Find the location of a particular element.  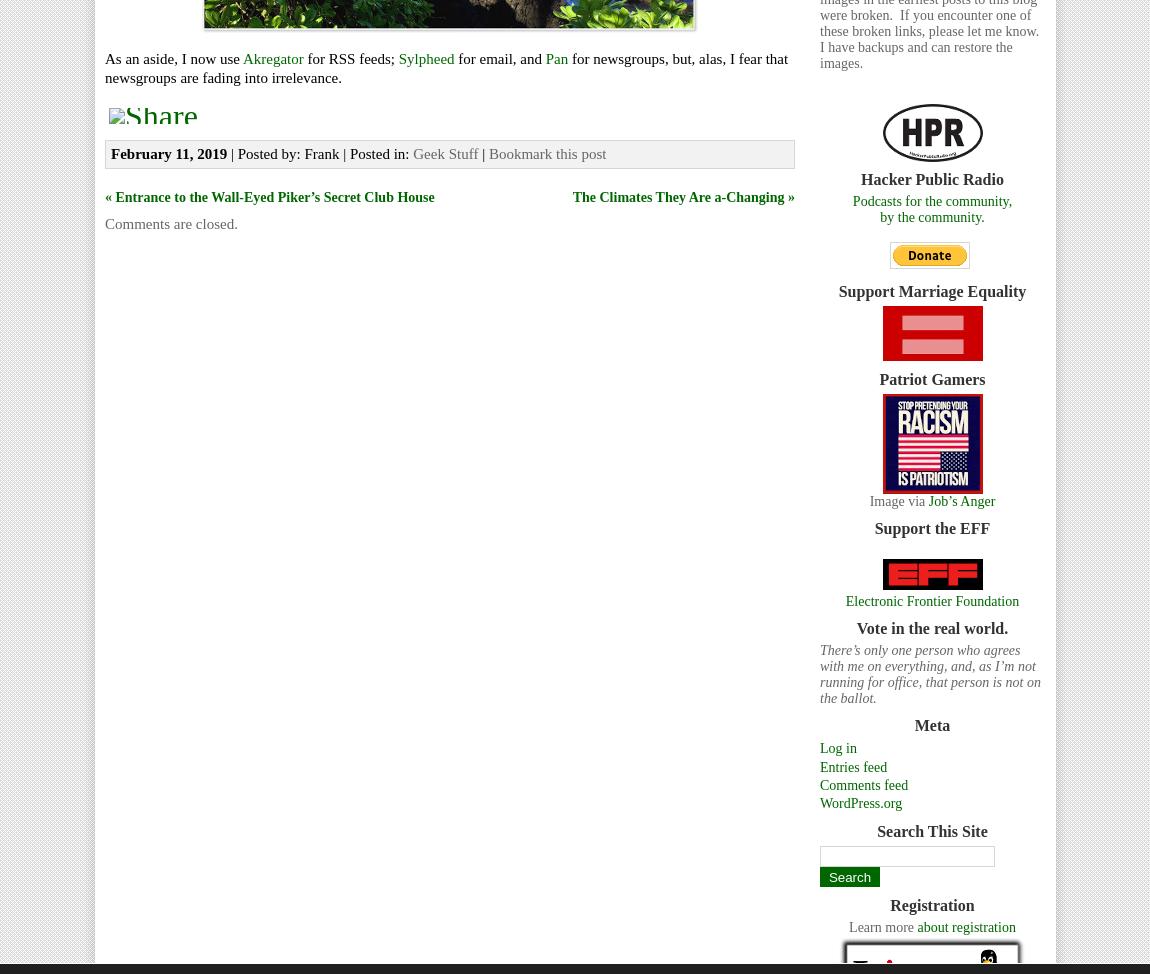

'Comments are closed.' is located at coordinates (170, 223).